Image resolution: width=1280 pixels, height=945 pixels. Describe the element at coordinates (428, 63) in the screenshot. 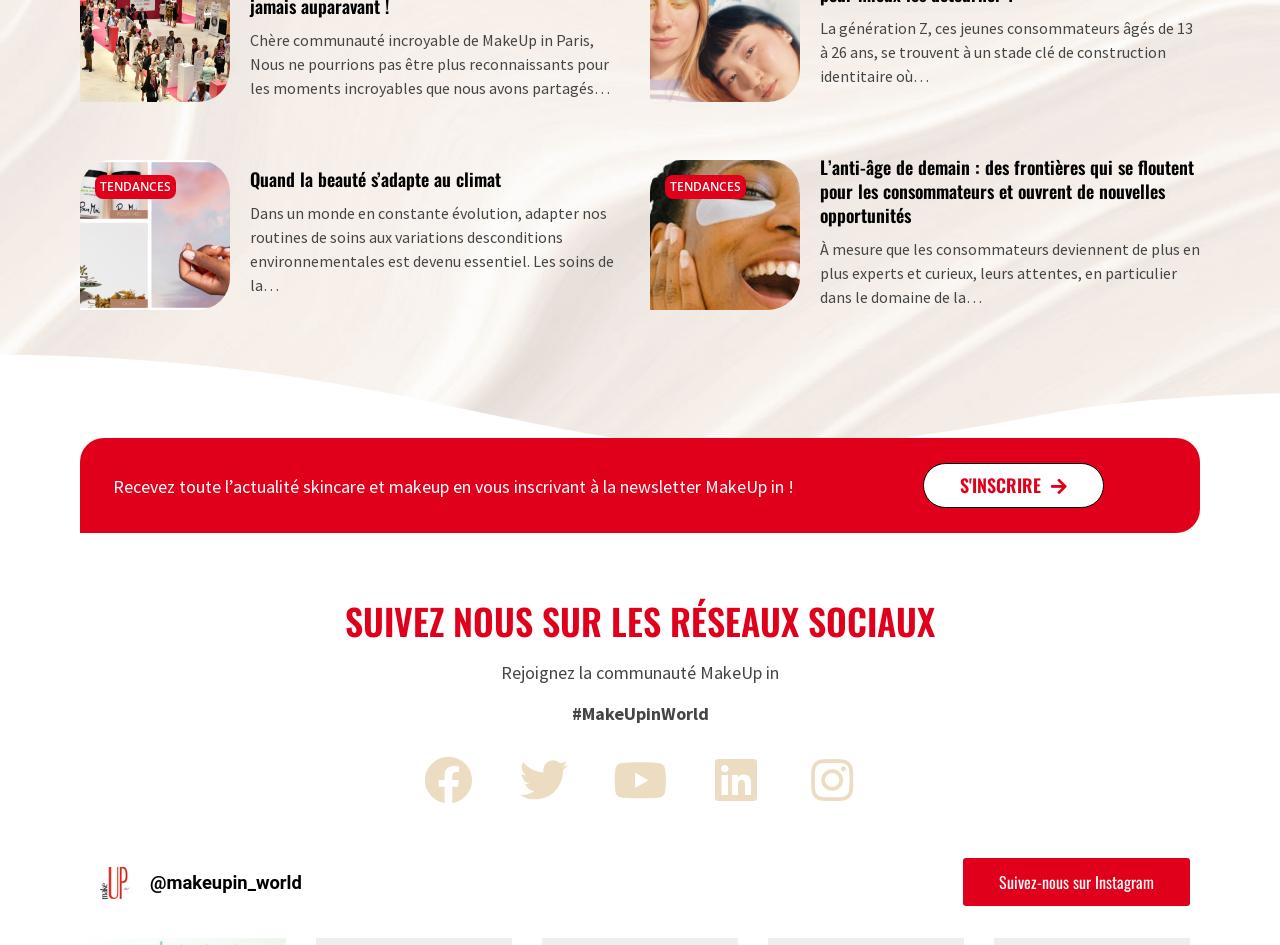

I see `'Chère communauté incroyable de MakeUp in Paris, Nous ne pourrions pas être plus reconnaissants pour les moments incroyables que nous avons partagés…'` at that location.